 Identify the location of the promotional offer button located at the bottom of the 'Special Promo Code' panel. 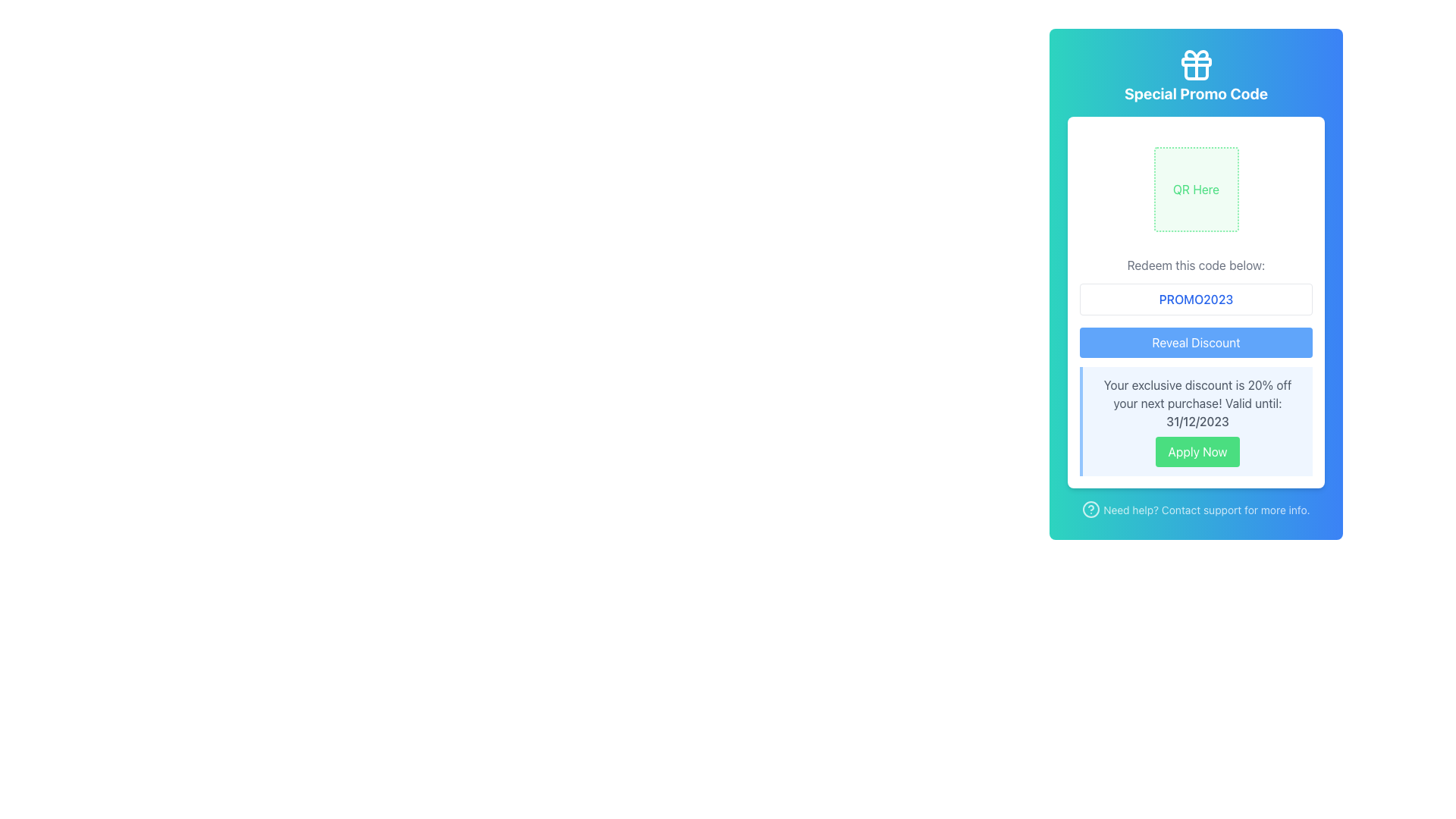
(1197, 451).